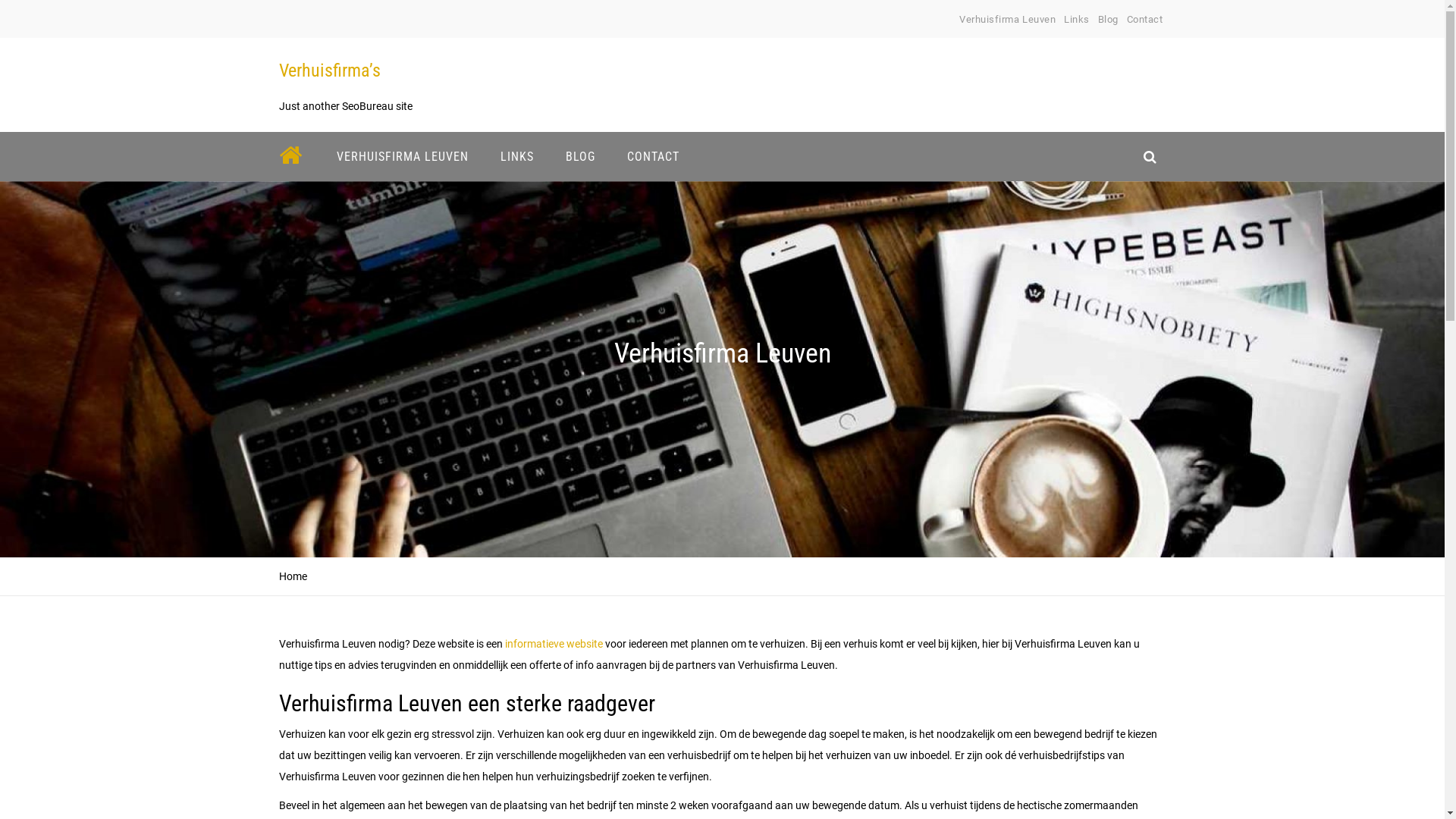 Image resolution: width=1456 pixels, height=819 pixels. What do you see at coordinates (325, 156) in the screenshot?
I see `'VERHUISFIRMA LEUVEN'` at bounding box center [325, 156].